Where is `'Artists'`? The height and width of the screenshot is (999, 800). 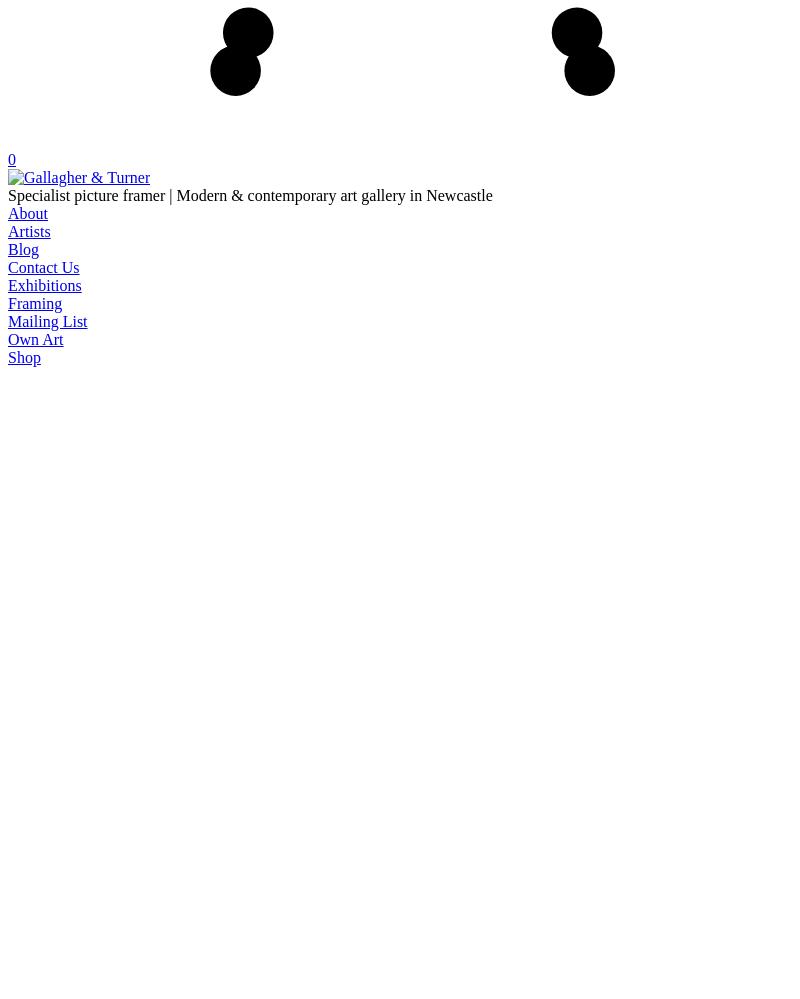
'Artists' is located at coordinates (28, 230).